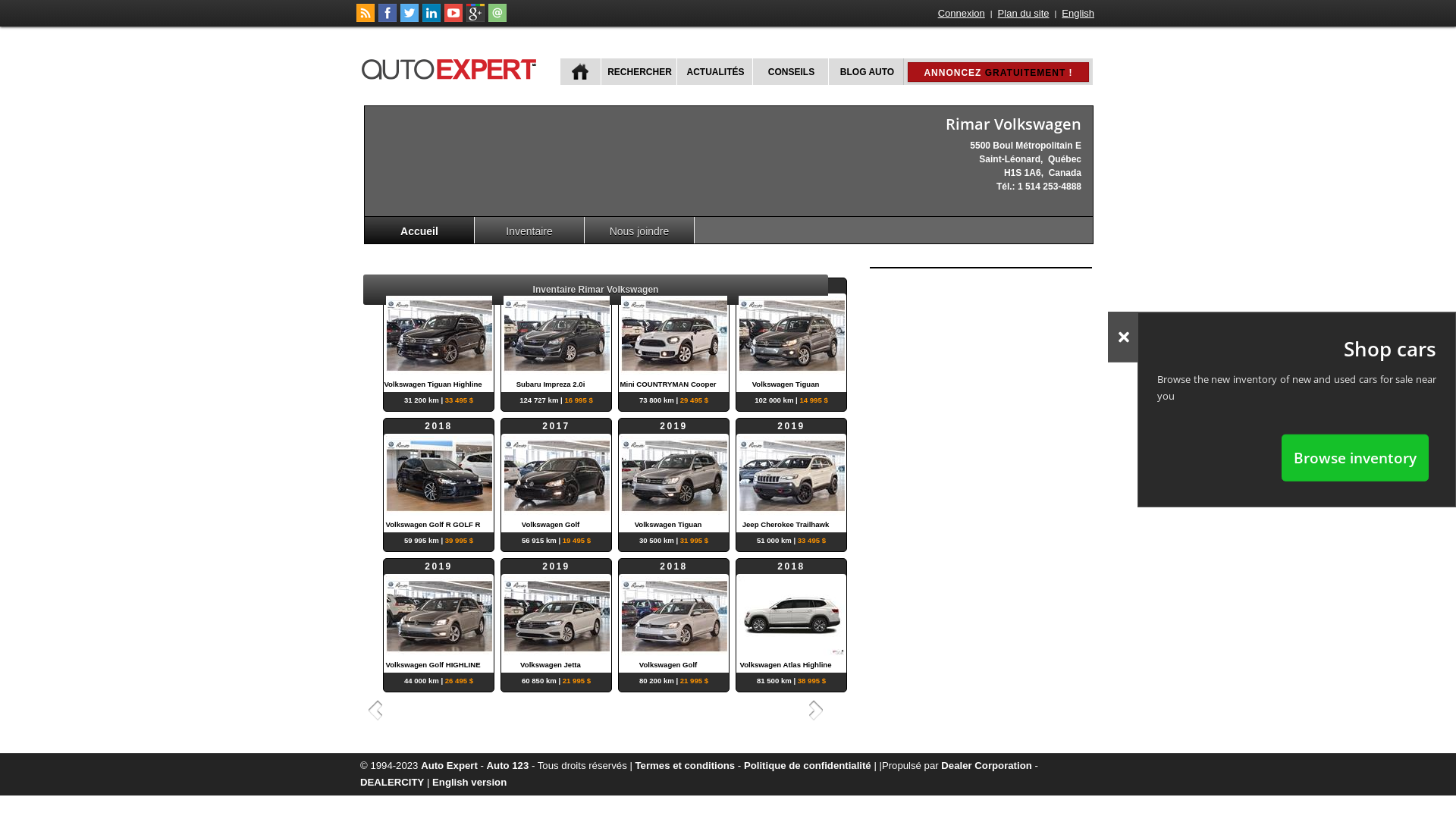  What do you see at coordinates (1077, 13) in the screenshot?
I see `'English'` at bounding box center [1077, 13].